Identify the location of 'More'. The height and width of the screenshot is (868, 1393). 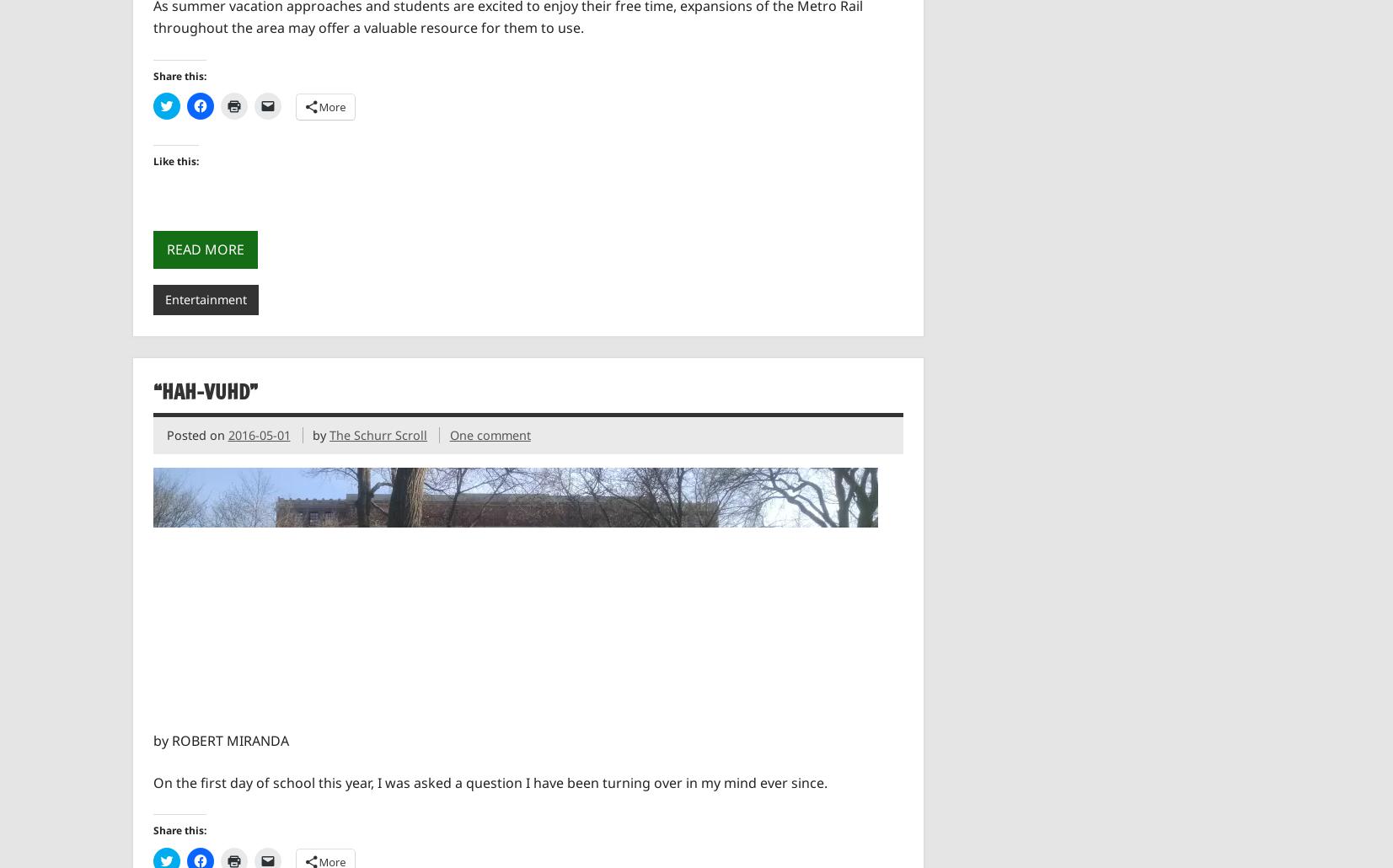
(331, 105).